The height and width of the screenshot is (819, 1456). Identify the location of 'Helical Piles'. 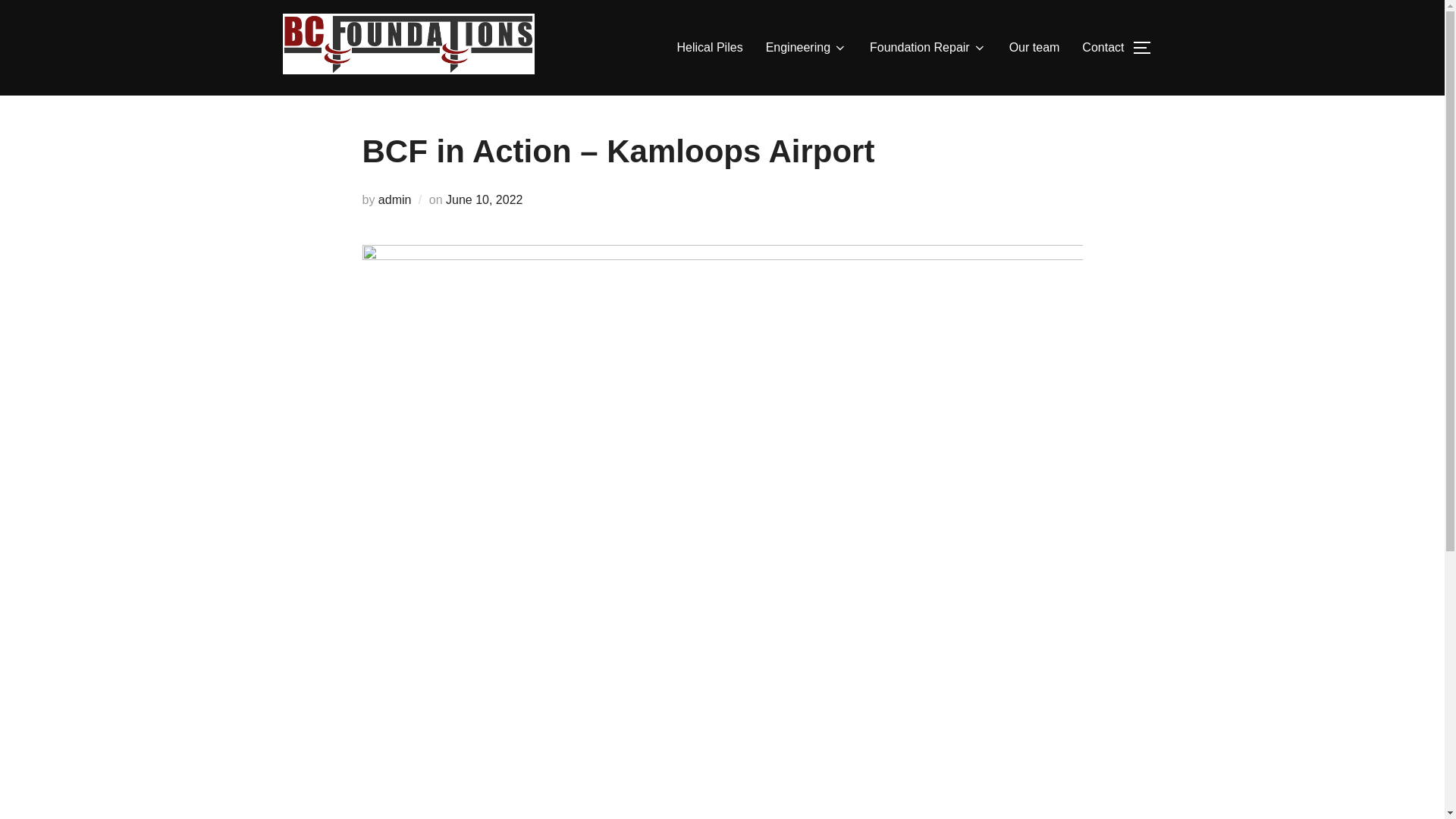
(708, 46).